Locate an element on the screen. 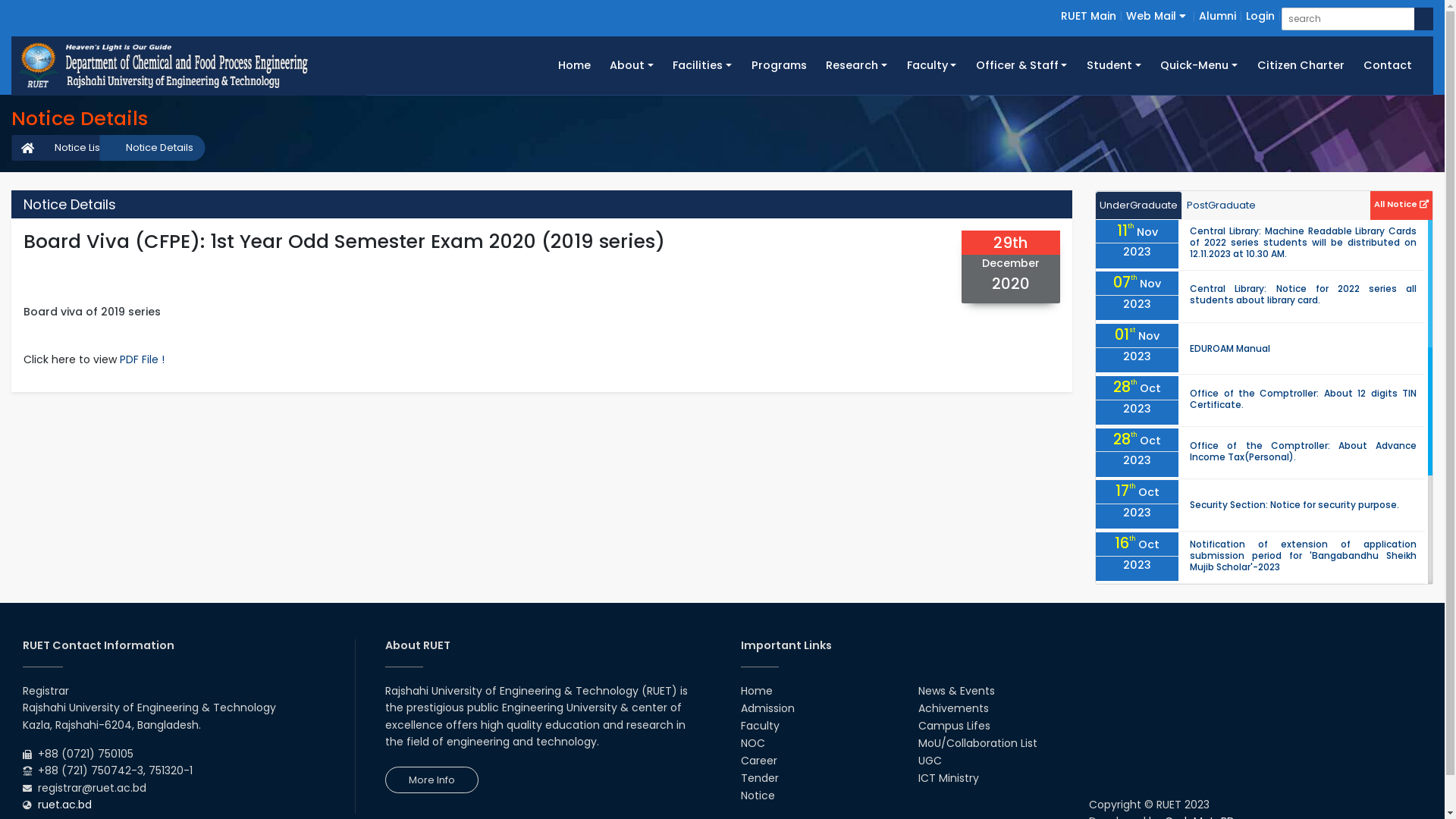  'UGC' is located at coordinates (929, 760).